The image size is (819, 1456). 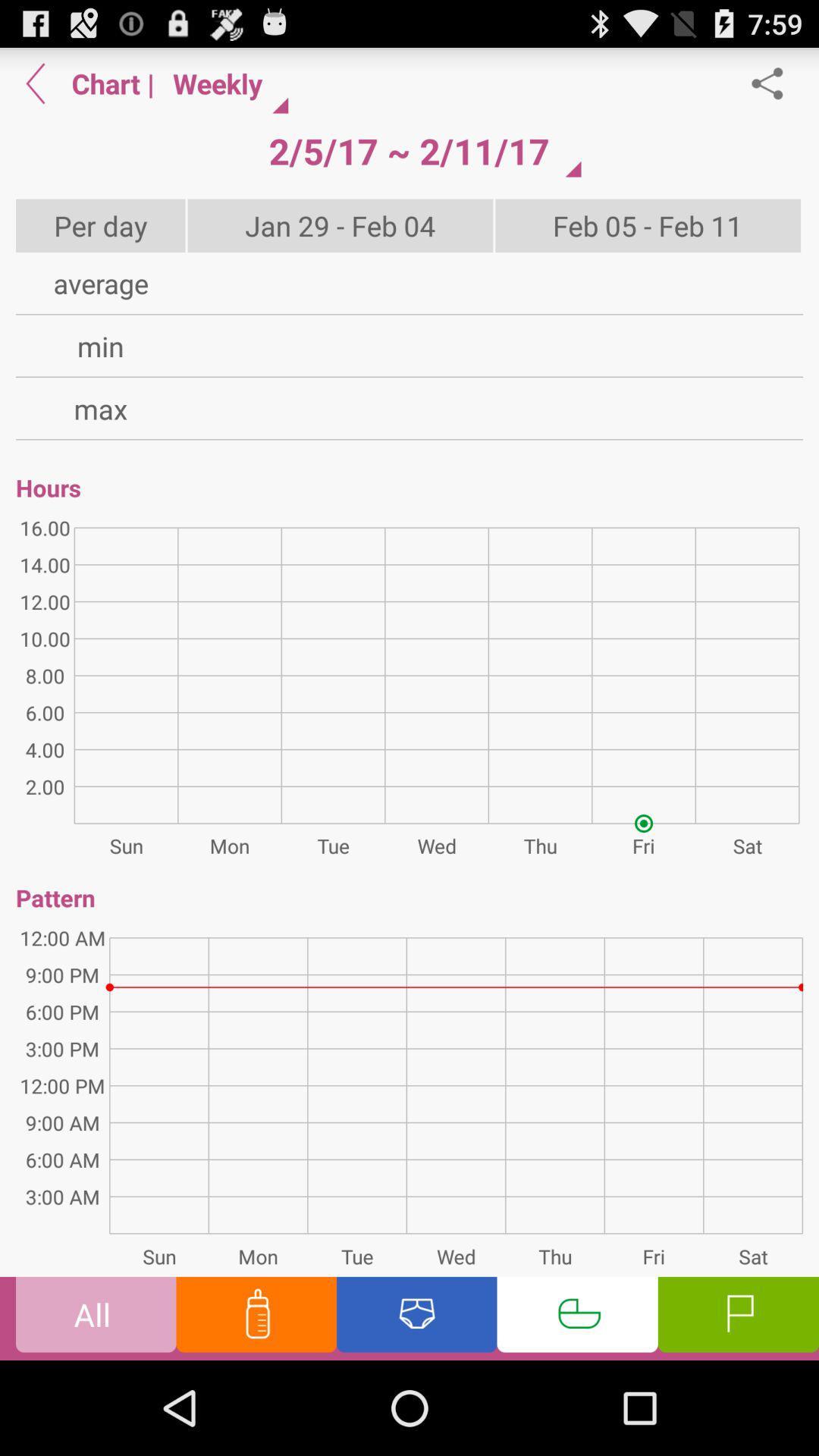 What do you see at coordinates (775, 83) in the screenshot?
I see `share the chart` at bounding box center [775, 83].